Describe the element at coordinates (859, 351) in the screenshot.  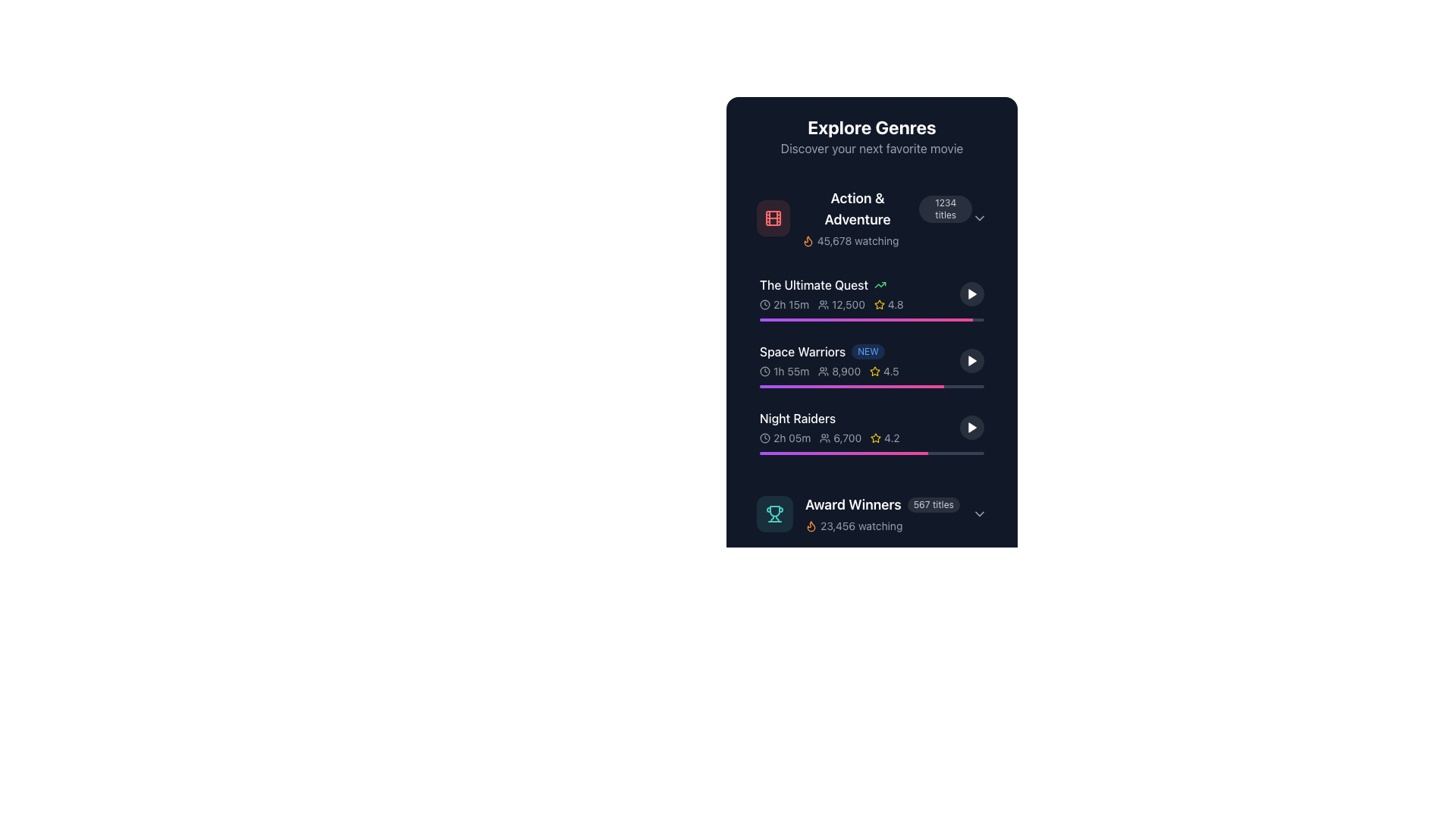
I see `the 'Space Warriors' movie title text label that includes a 'NEW' badge, located in the 'Explore Genres' section under 'Action & Adventure', positioned in the second row between 'The Ultimate Quest' and 'Night Raiders'` at that location.